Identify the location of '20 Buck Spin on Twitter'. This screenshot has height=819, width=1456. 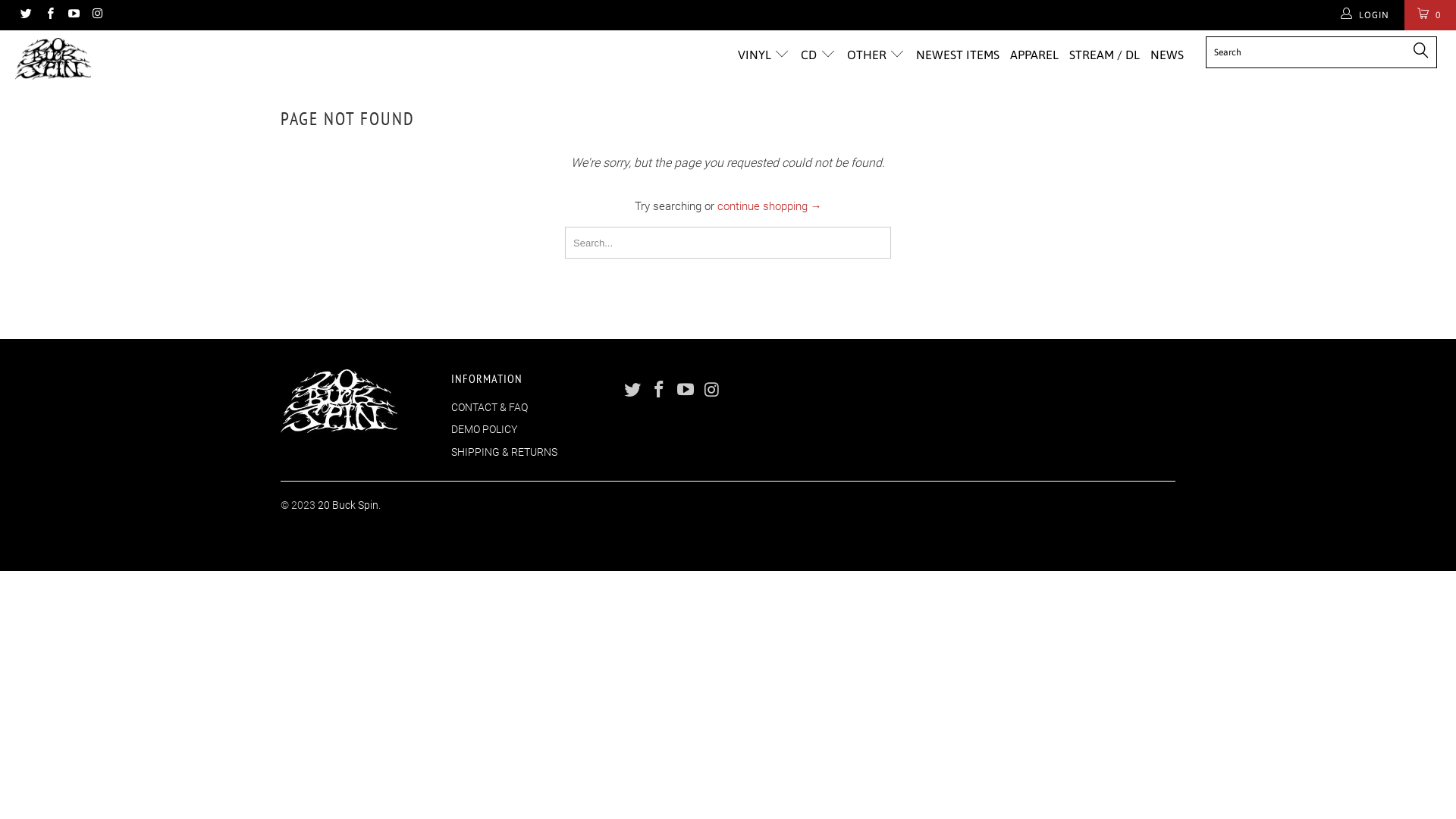
(25, 14).